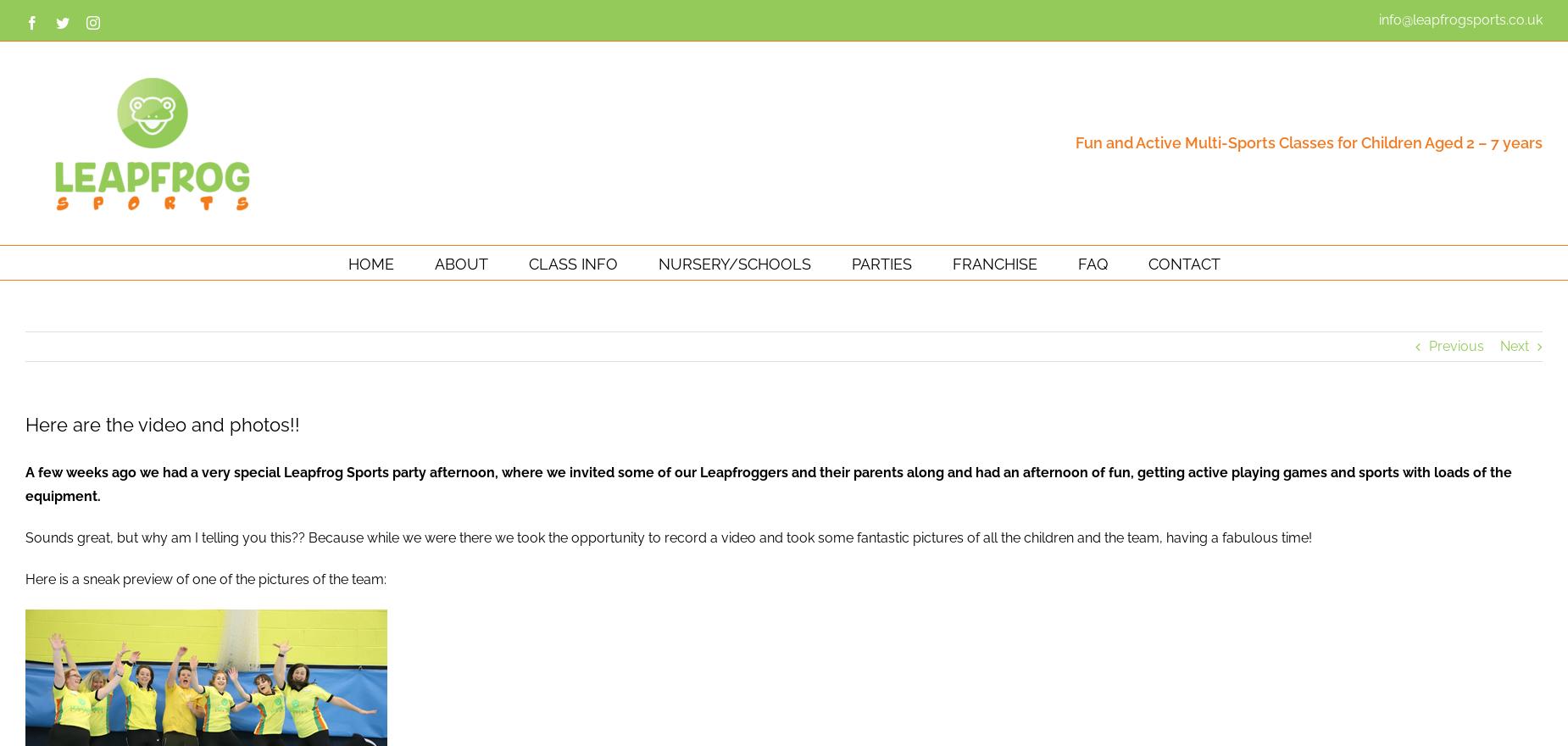  What do you see at coordinates (369, 262) in the screenshot?
I see `'HOME'` at bounding box center [369, 262].